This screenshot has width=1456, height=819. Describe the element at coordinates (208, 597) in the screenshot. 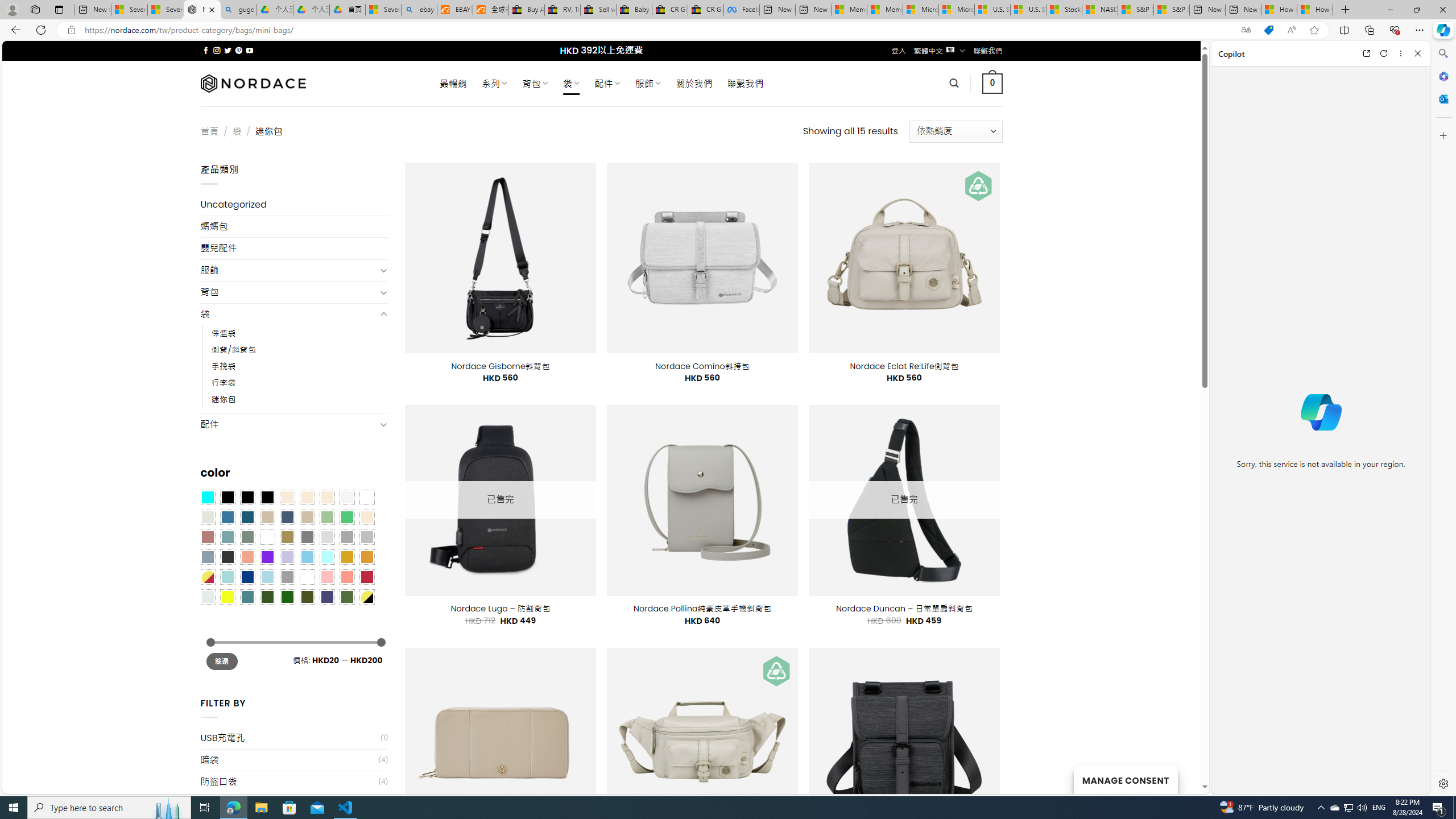

I see `'Dull Nickle'` at that location.